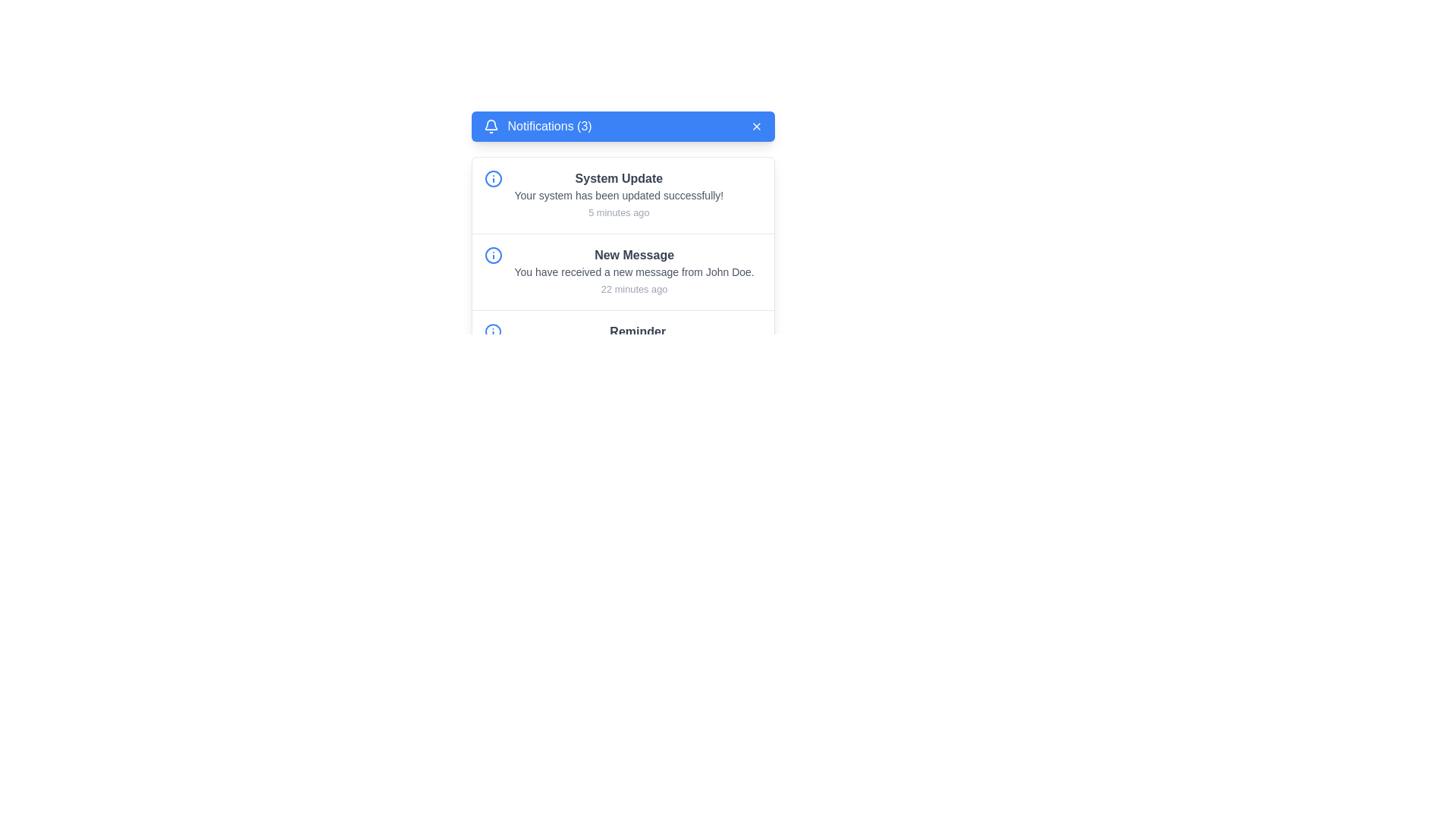  Describe the element at coordinates (623, 125) in the screenshot. I see `the rectangular button with rounded corners that has a blue background and displays 'Notifications (3)'` at that location.